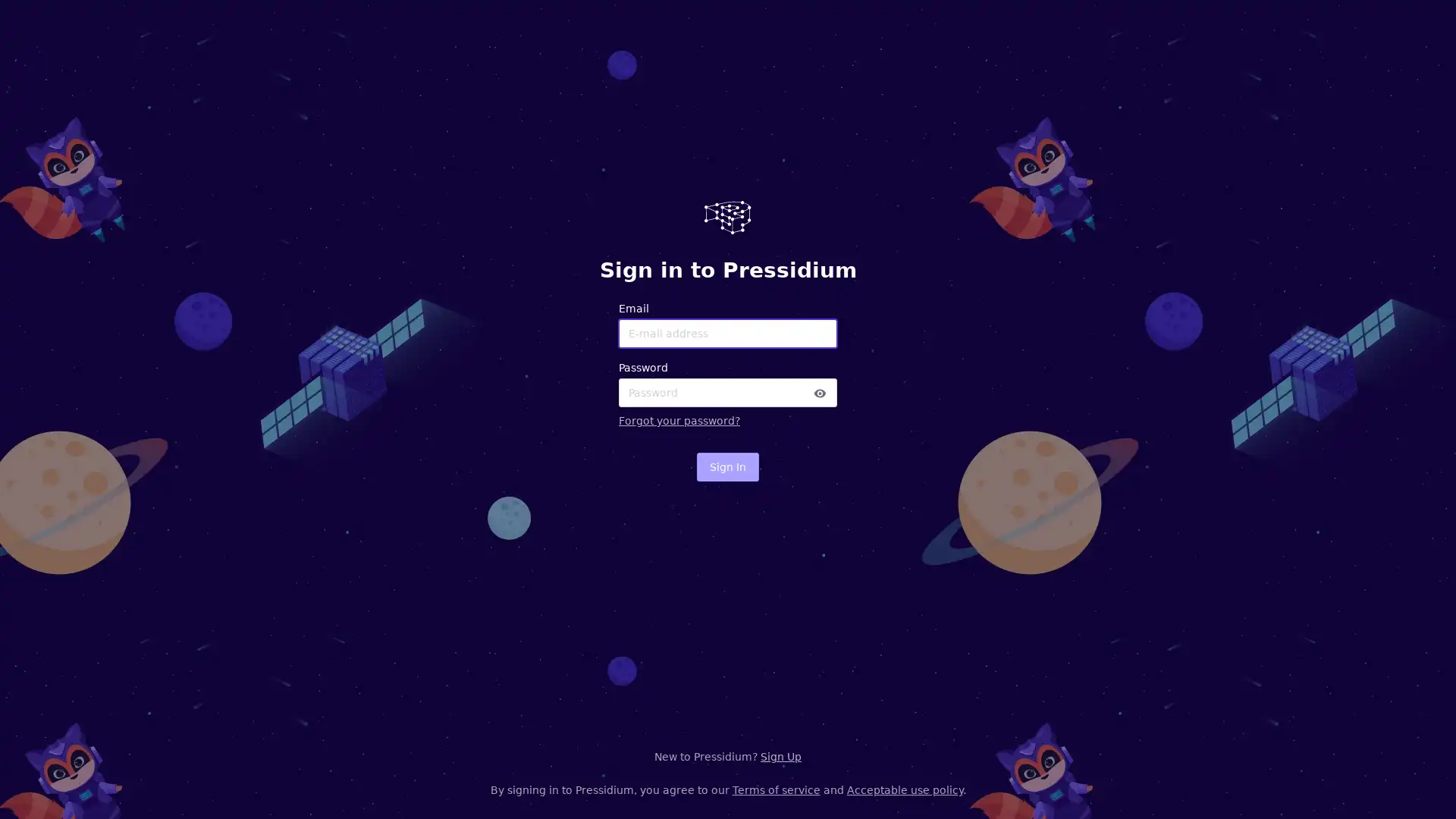 This screenshot has width=1456, height=819. Describe the element at coordinates (728, 466) in the screenshot. I see `Sign In` at that location.